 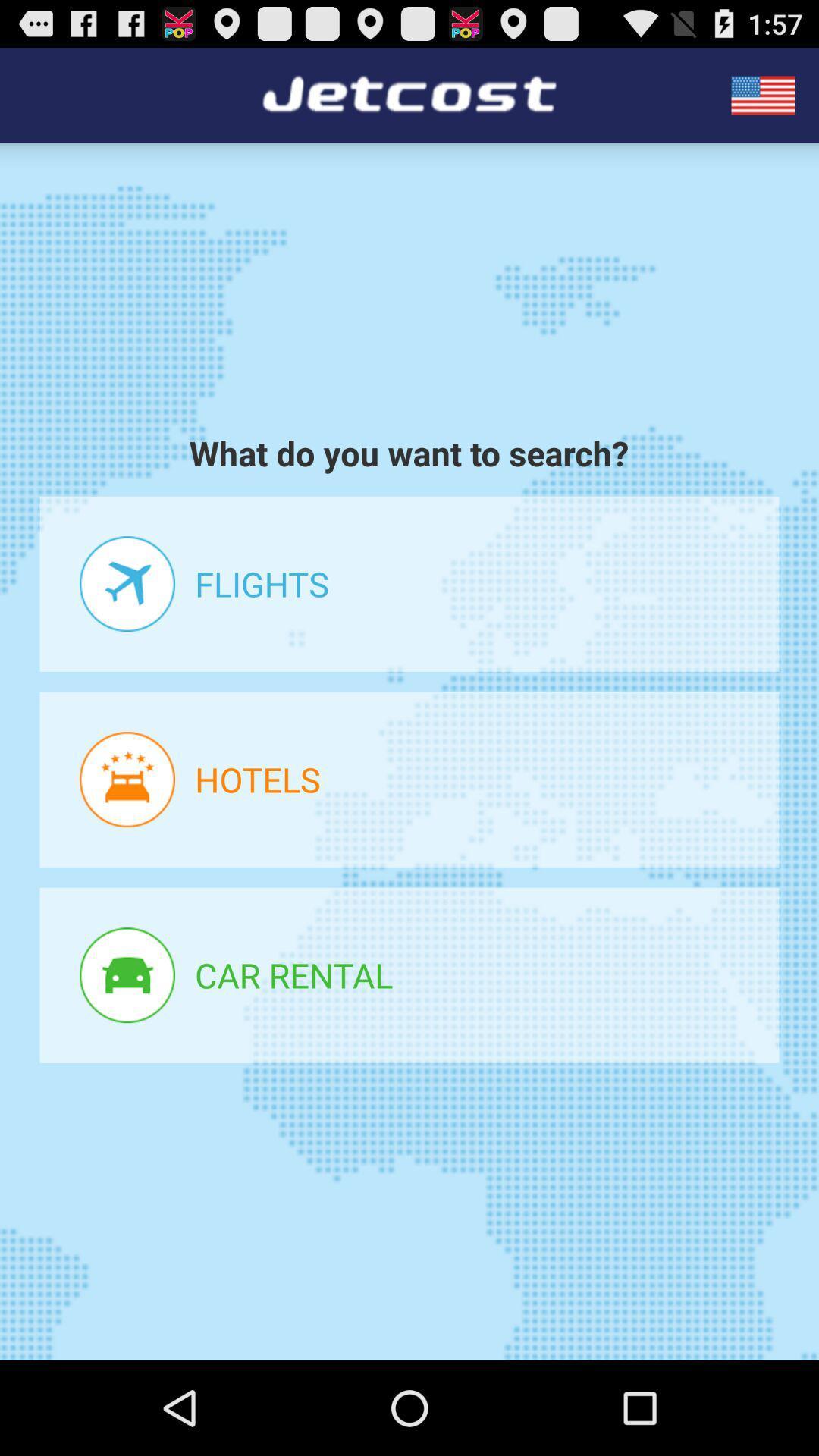 I want to click on change country, so click(x=763, y=94).